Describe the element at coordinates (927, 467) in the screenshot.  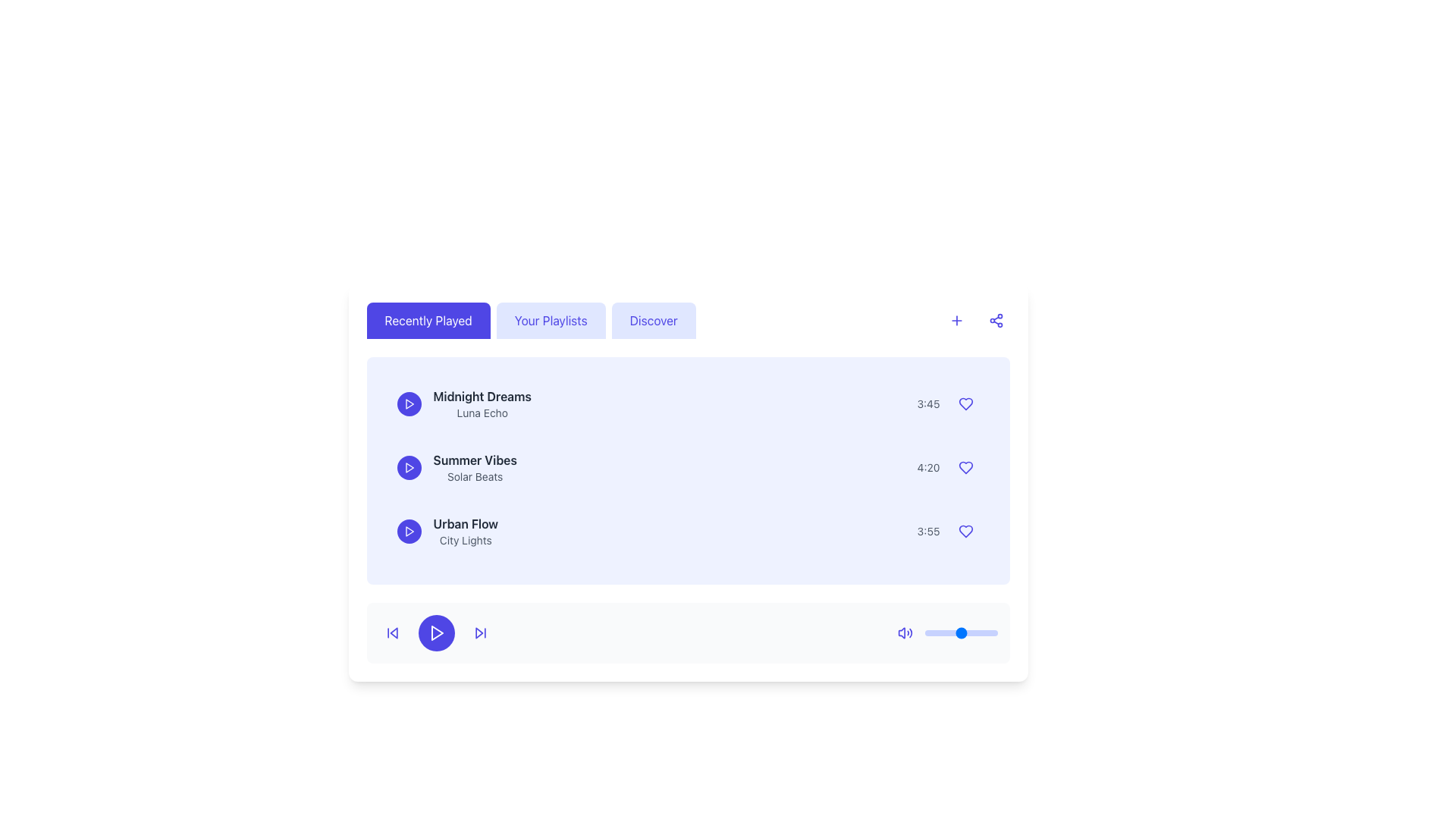
I see `the static text label that represents the duration or timestamp of the music track, located in the second row of the list structure in the music playback interface` at that location.